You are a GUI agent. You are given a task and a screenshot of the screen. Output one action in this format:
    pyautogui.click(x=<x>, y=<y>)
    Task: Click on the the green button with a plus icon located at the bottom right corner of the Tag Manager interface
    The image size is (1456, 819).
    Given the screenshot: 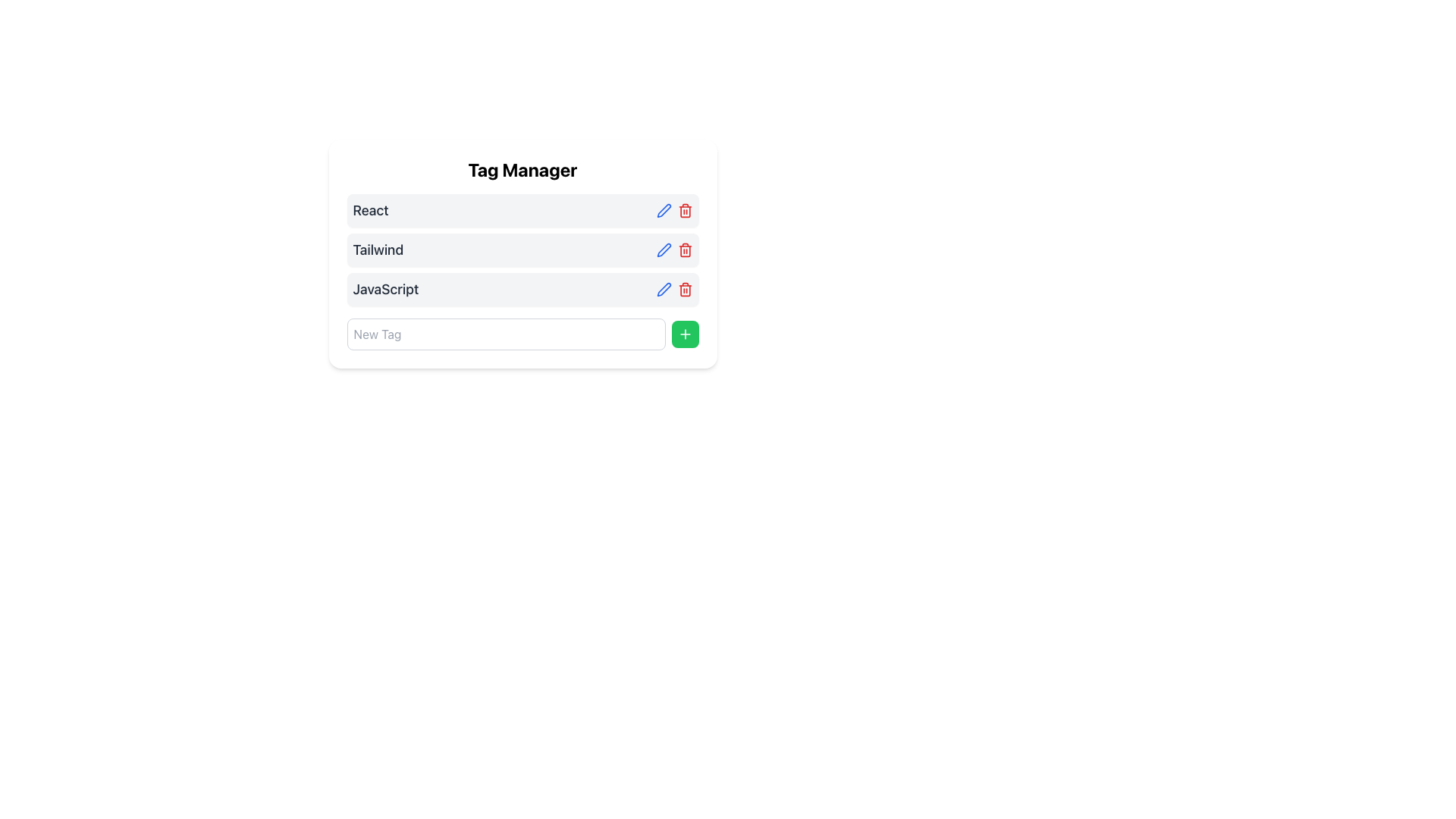 What is the action you would take?
    pyautogui.click(x=684, y=333)
    